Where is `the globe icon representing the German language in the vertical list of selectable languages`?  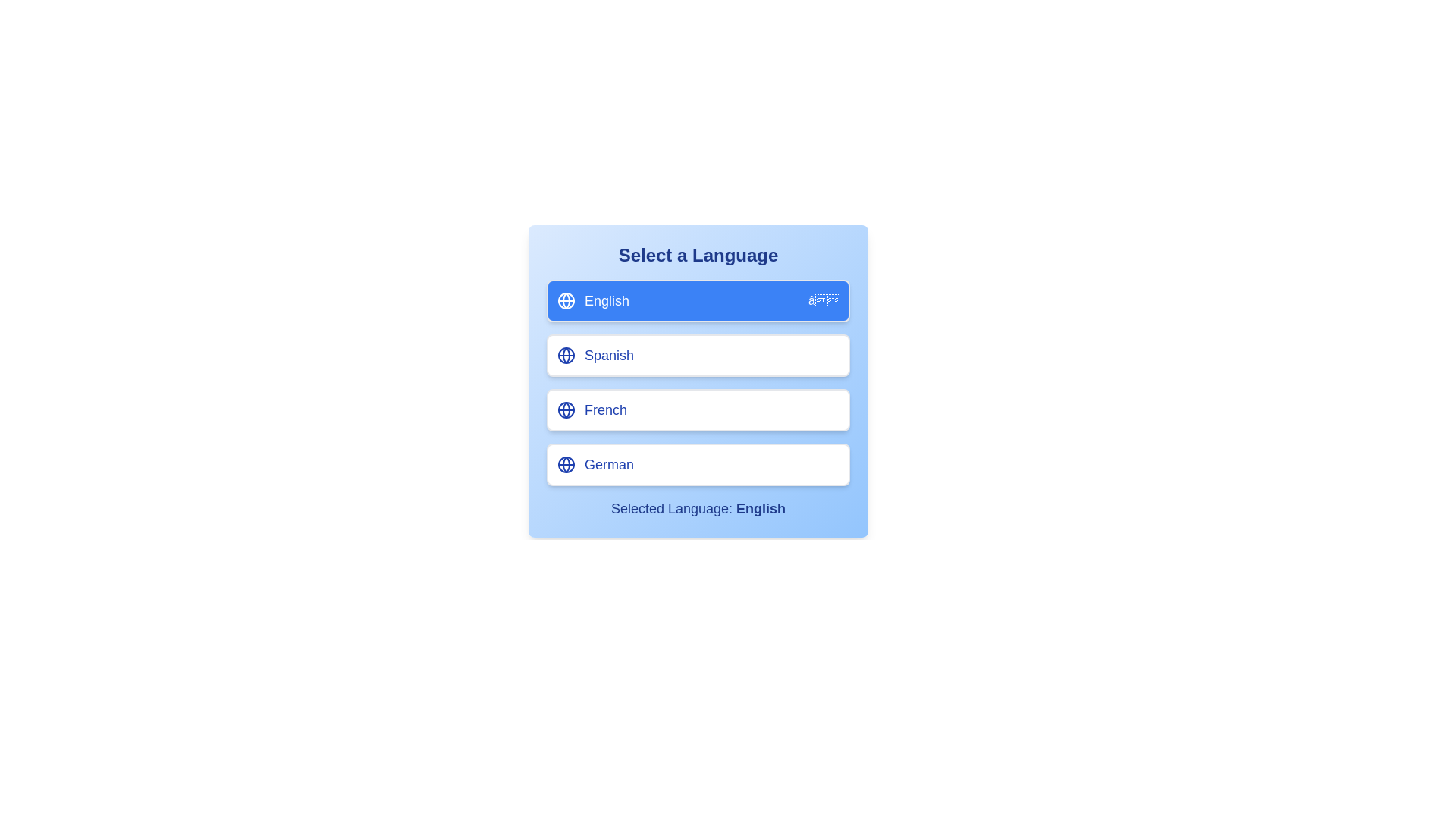
the globe icon representing the German language in the vertical list of selectable languages is located at coordinates (566, 464).